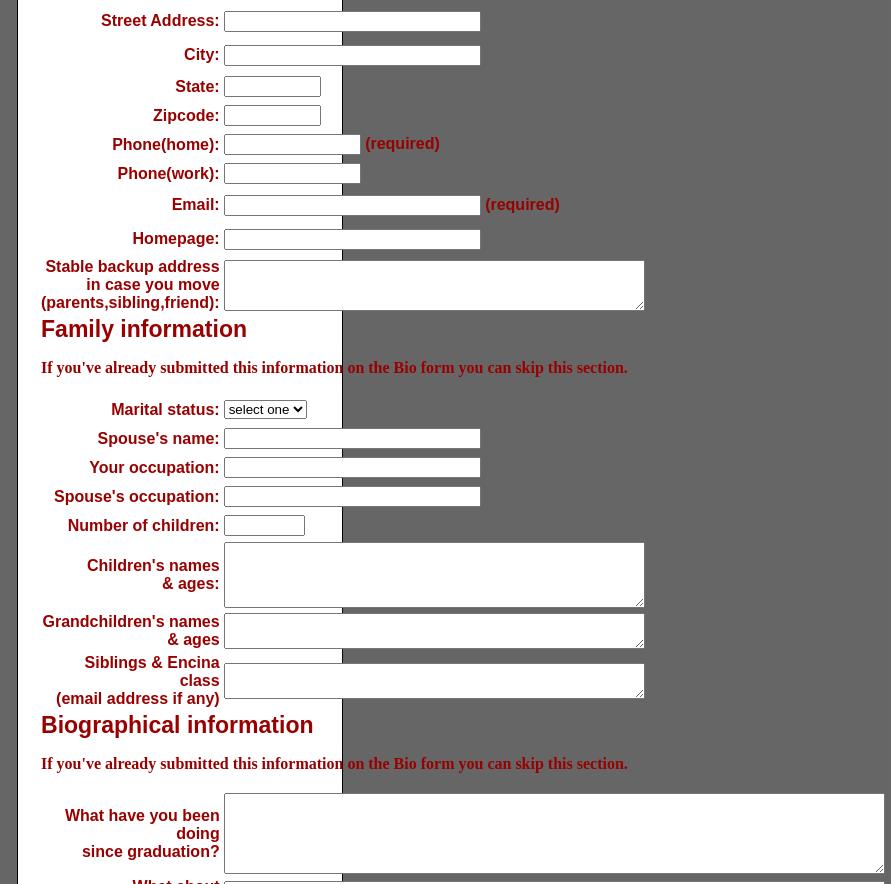 This screenshot has width=891, height=884. What do you see at coordinates (100, 20) in the screenshot?
I see `'Street Address:'` at bounding box center [100, 20].